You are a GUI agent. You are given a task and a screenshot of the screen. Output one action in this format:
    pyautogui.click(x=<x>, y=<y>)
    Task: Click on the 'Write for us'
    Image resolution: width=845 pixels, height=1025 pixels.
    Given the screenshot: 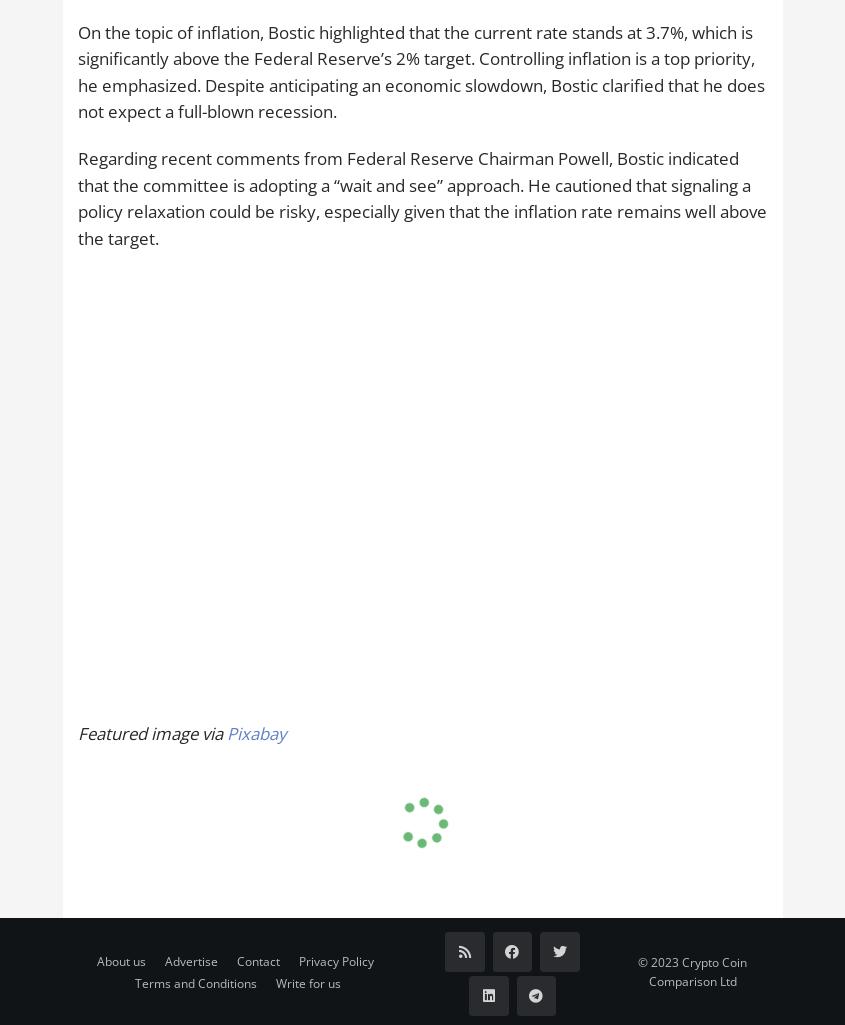 What is the action you would take?
    pyautogui.click(x=307, y=982)
    